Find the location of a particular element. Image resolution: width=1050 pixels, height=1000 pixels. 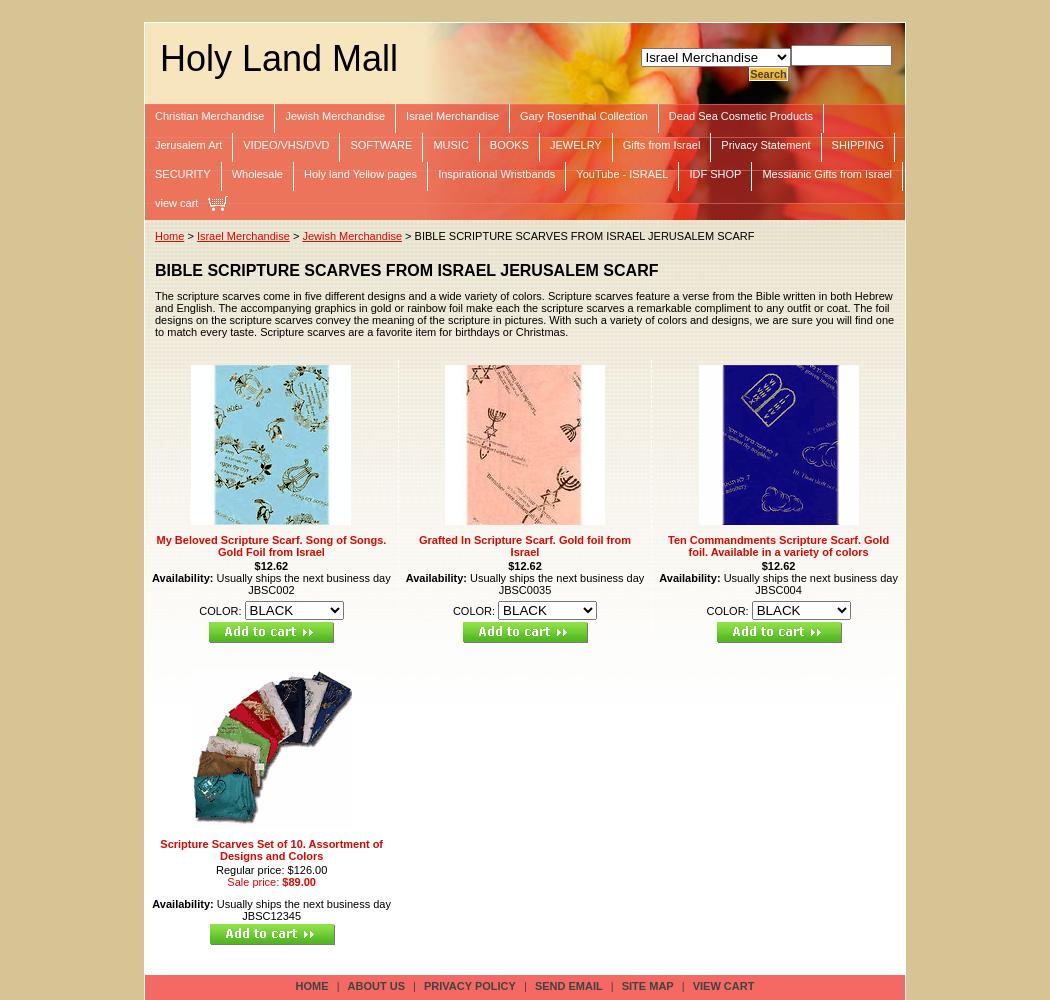

'Regular price: $126.00' is located at coordinates (270, 868).